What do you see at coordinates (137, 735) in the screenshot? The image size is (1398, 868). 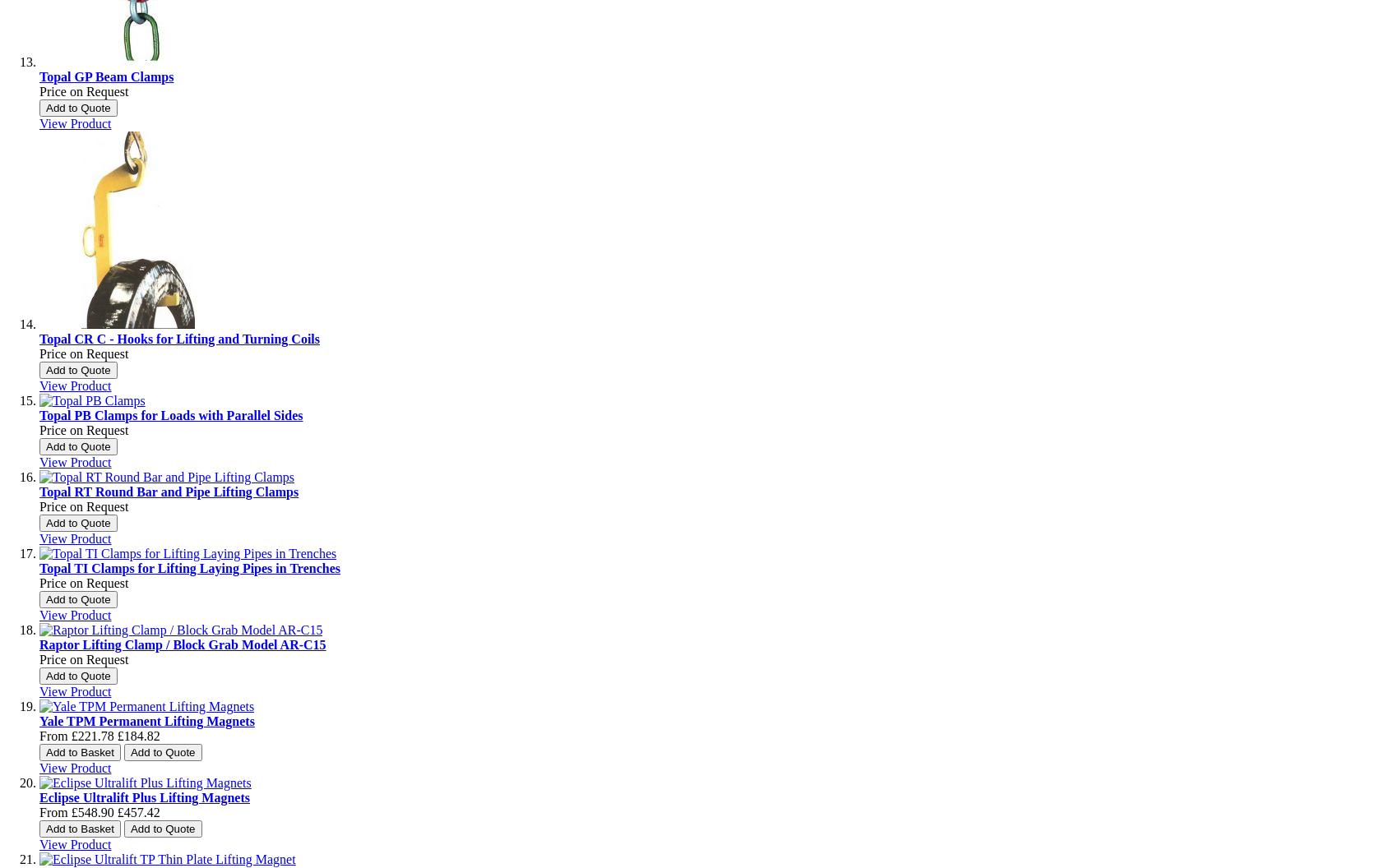 I see `'£184.82'` at bounding box center [137, 735].